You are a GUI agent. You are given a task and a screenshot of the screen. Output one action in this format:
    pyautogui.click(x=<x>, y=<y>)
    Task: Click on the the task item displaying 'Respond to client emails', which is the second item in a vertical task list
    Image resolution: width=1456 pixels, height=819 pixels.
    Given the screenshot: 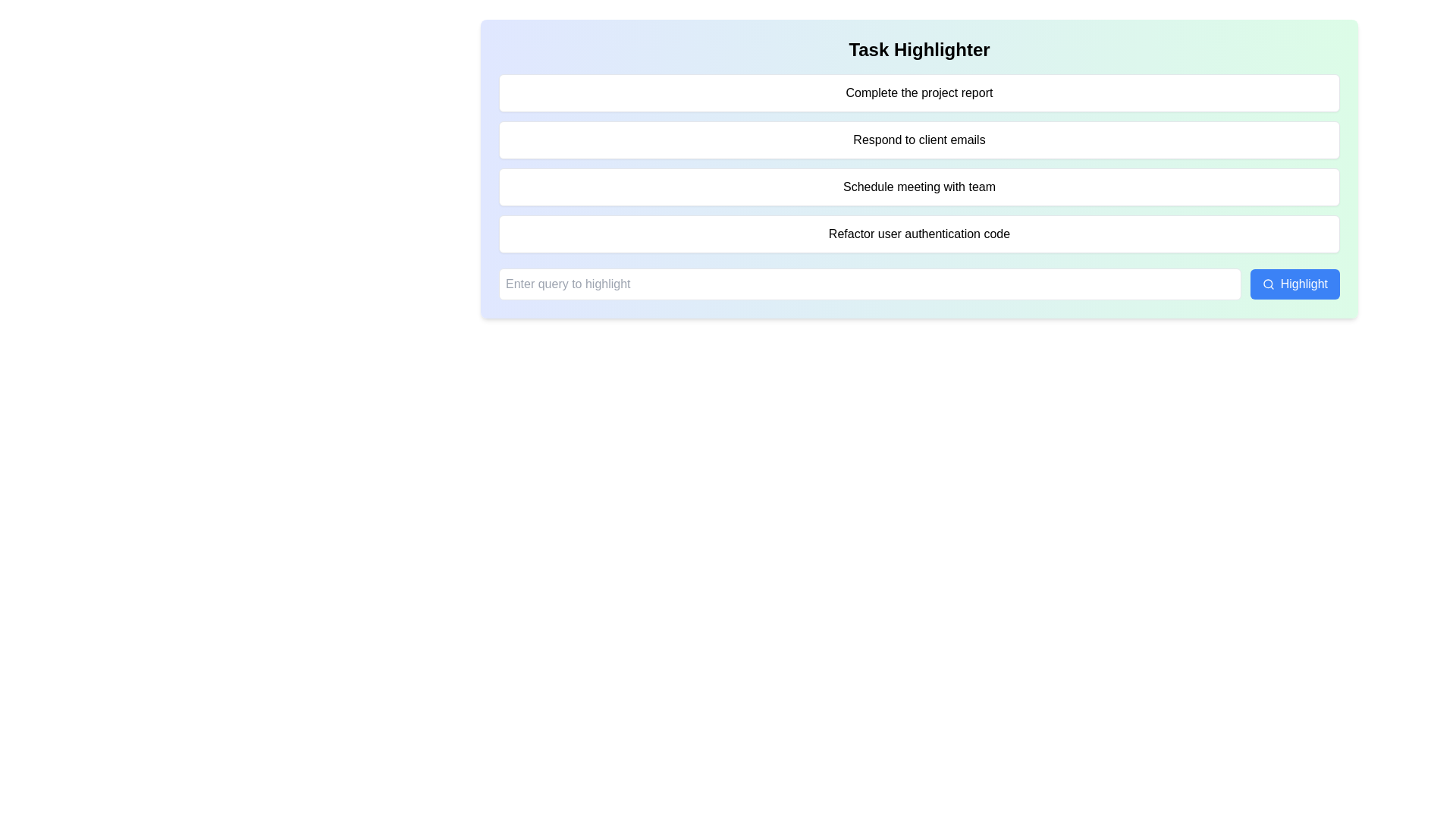 What is the action you would take?
    pyautogui.click(x=918, y=140)
    